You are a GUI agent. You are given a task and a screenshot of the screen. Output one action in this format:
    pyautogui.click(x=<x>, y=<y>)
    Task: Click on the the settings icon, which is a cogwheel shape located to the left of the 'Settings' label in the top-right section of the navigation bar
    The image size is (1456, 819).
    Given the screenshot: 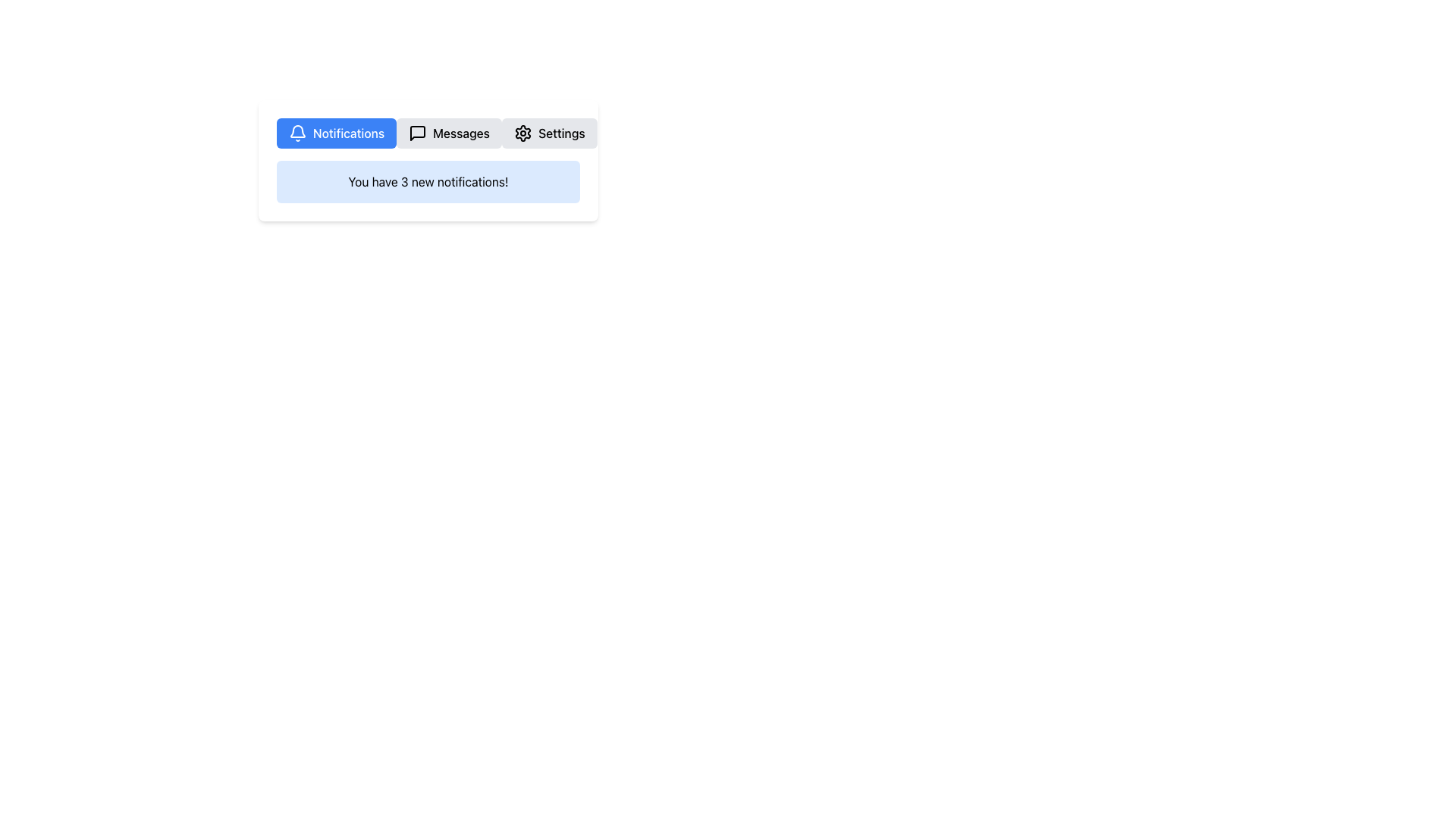 What is the action you would take?
    pyautogui.click(x=523, y=133)
    